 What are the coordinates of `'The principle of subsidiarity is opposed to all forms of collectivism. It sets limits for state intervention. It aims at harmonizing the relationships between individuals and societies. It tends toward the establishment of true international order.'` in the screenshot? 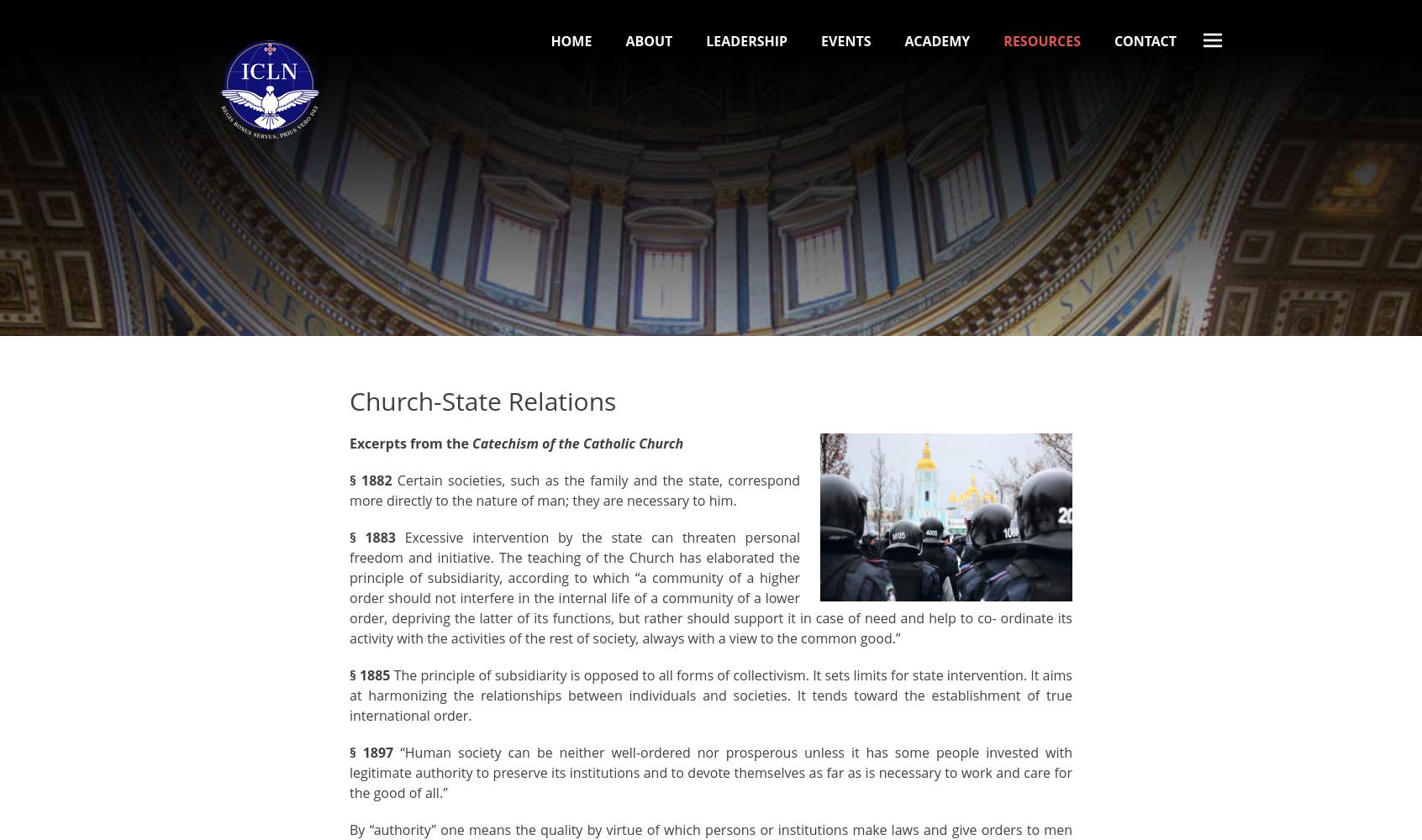 It's located at (711, 695).